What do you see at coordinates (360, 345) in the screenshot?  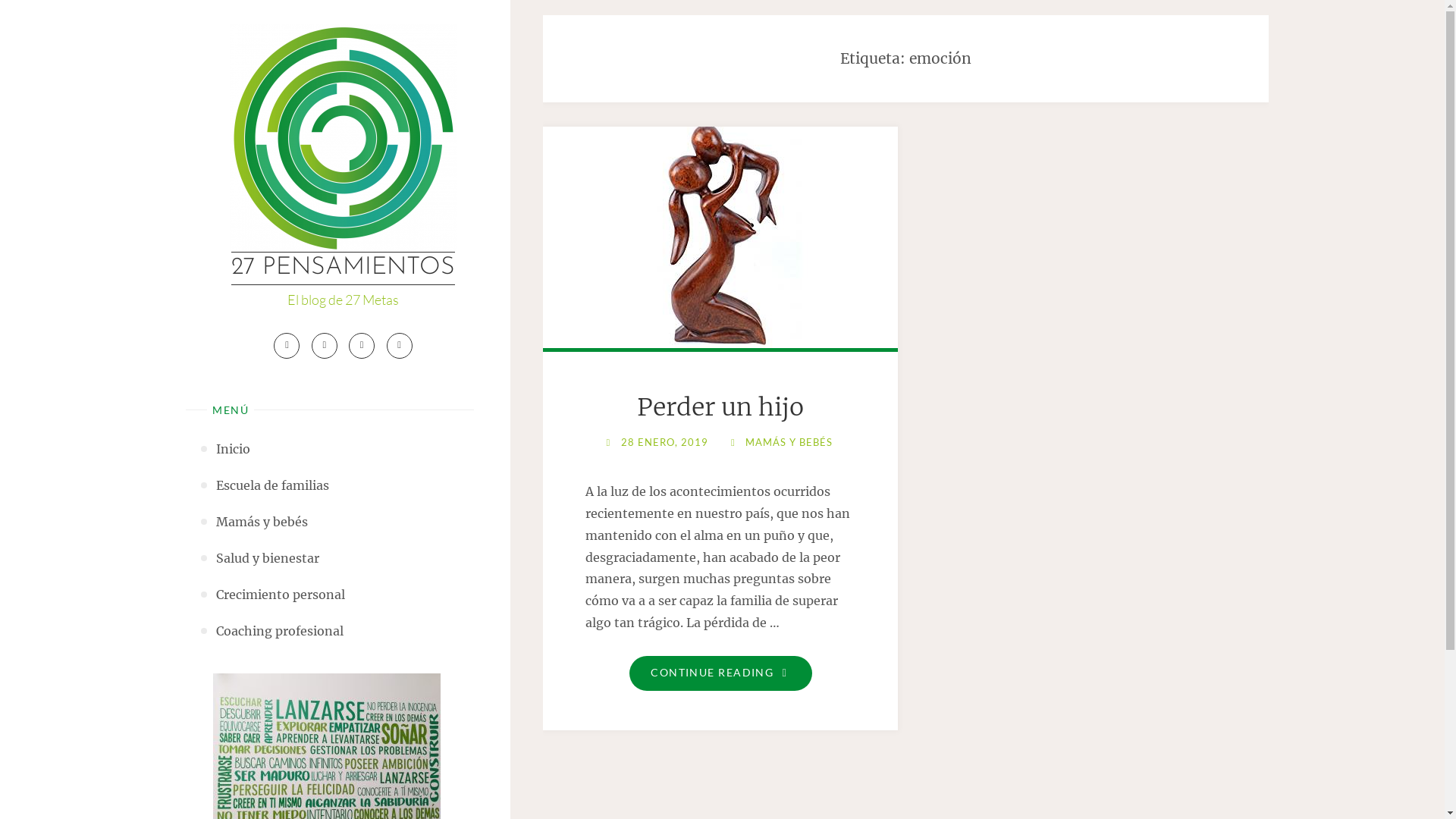 I see `'Linkedin'` at bounding box center [360, 345].